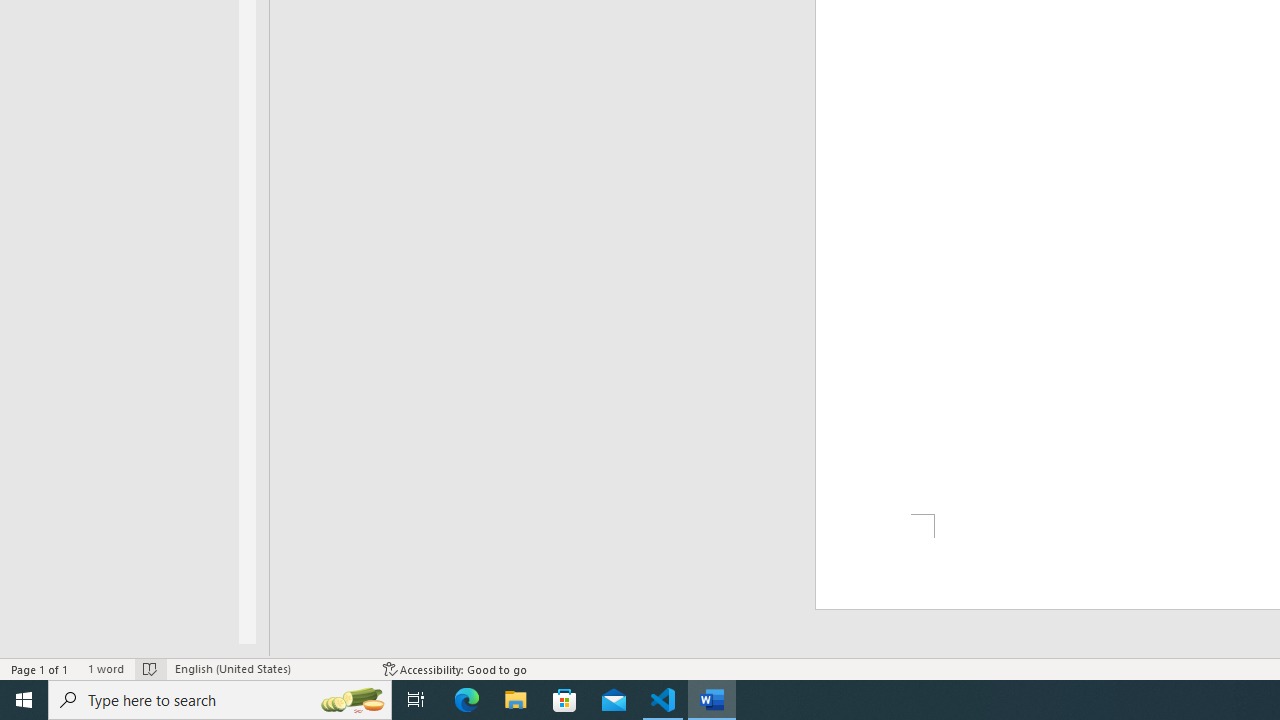 This screenshot has width=1280, height=720. Describe the element at coordinates (149, 669) in the screenshot. I see `'Spelling and Grammar Check No Errors'` at that location.